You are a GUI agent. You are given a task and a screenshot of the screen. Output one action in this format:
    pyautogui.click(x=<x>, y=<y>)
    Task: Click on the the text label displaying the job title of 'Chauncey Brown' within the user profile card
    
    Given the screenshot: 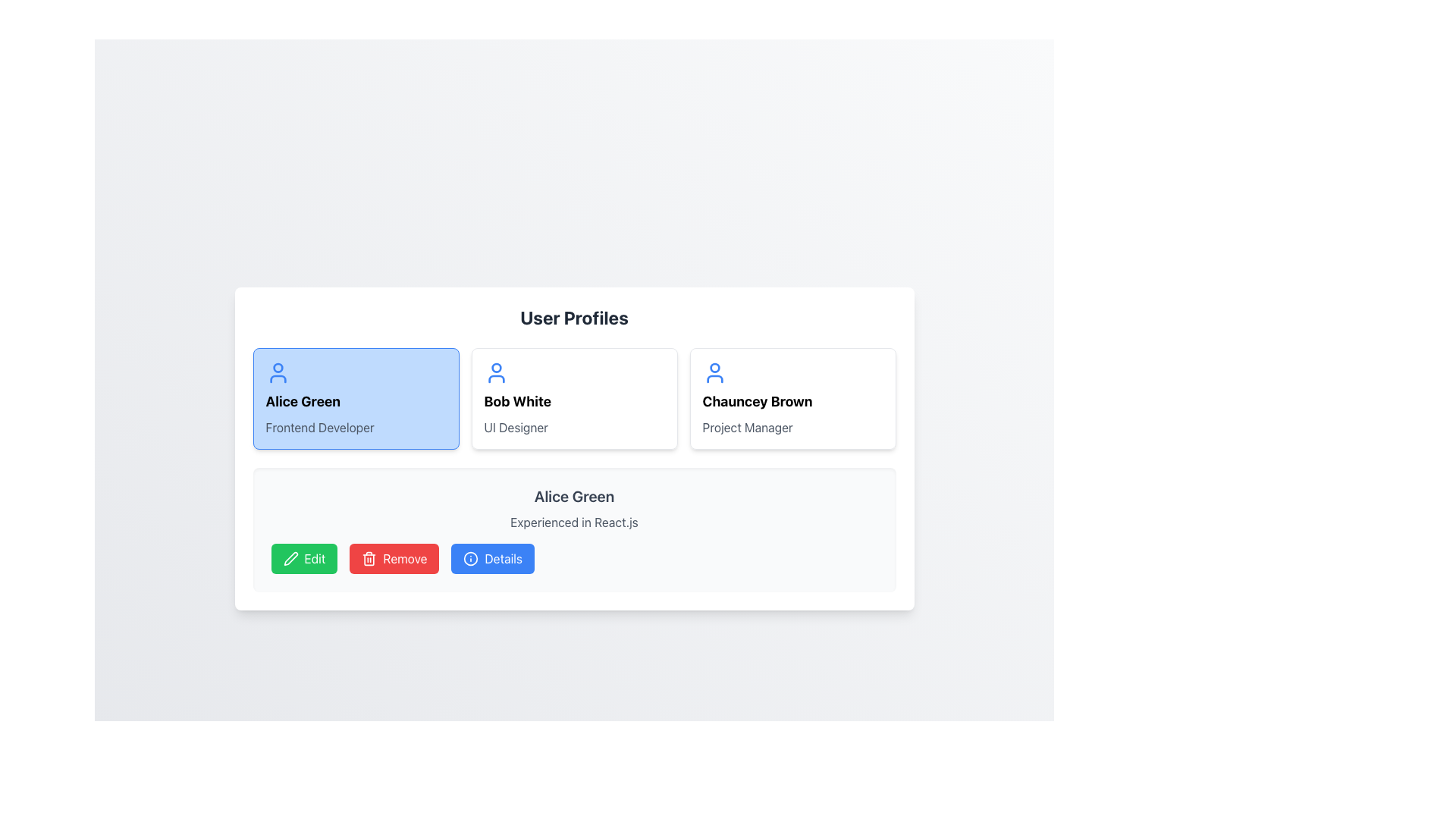 What is the action you would take?
    pyautogui.click(x=748, y=427)
    